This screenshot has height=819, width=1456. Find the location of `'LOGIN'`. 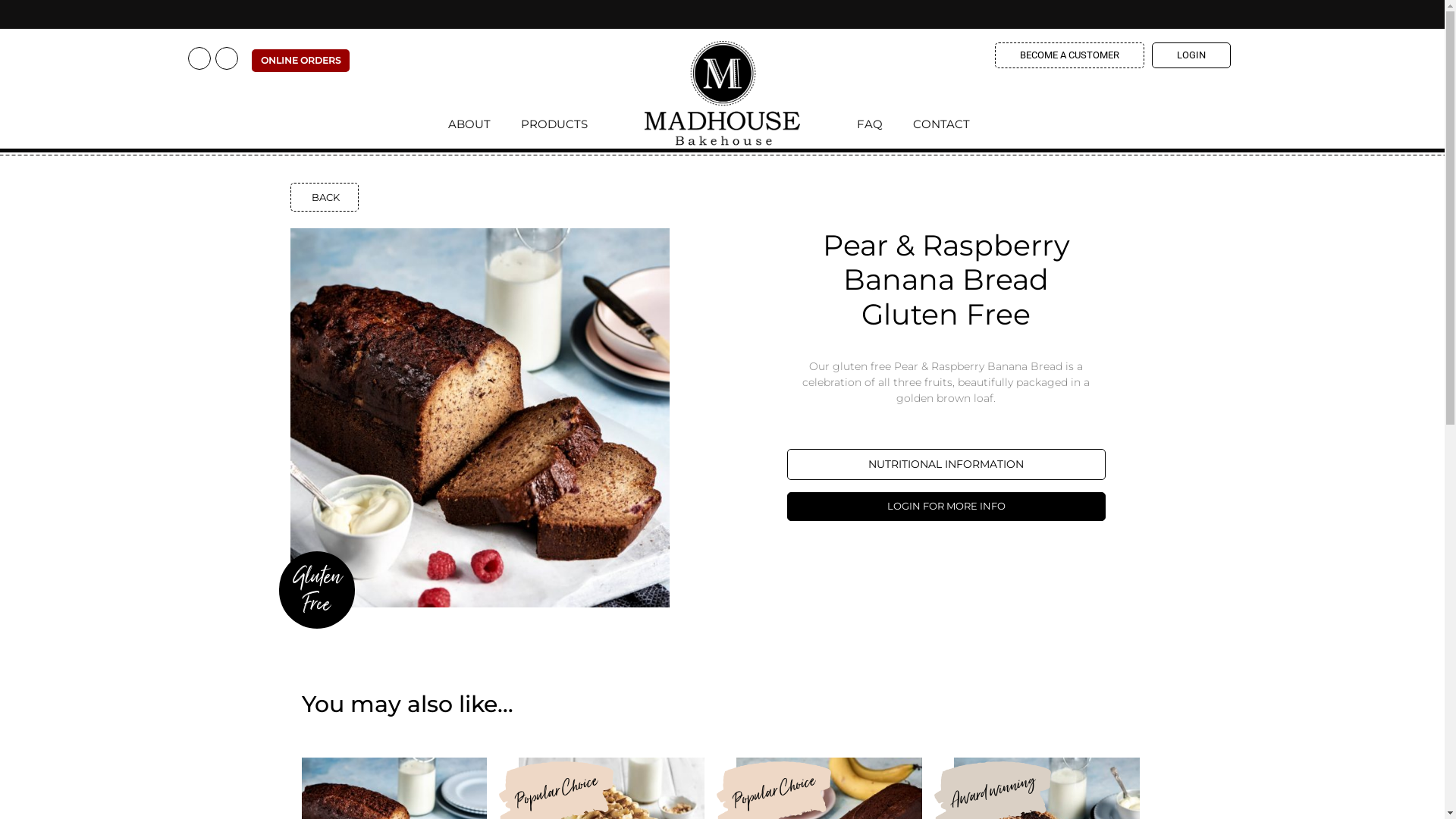

'LOGIN' is located at coordinates (1189, 55).